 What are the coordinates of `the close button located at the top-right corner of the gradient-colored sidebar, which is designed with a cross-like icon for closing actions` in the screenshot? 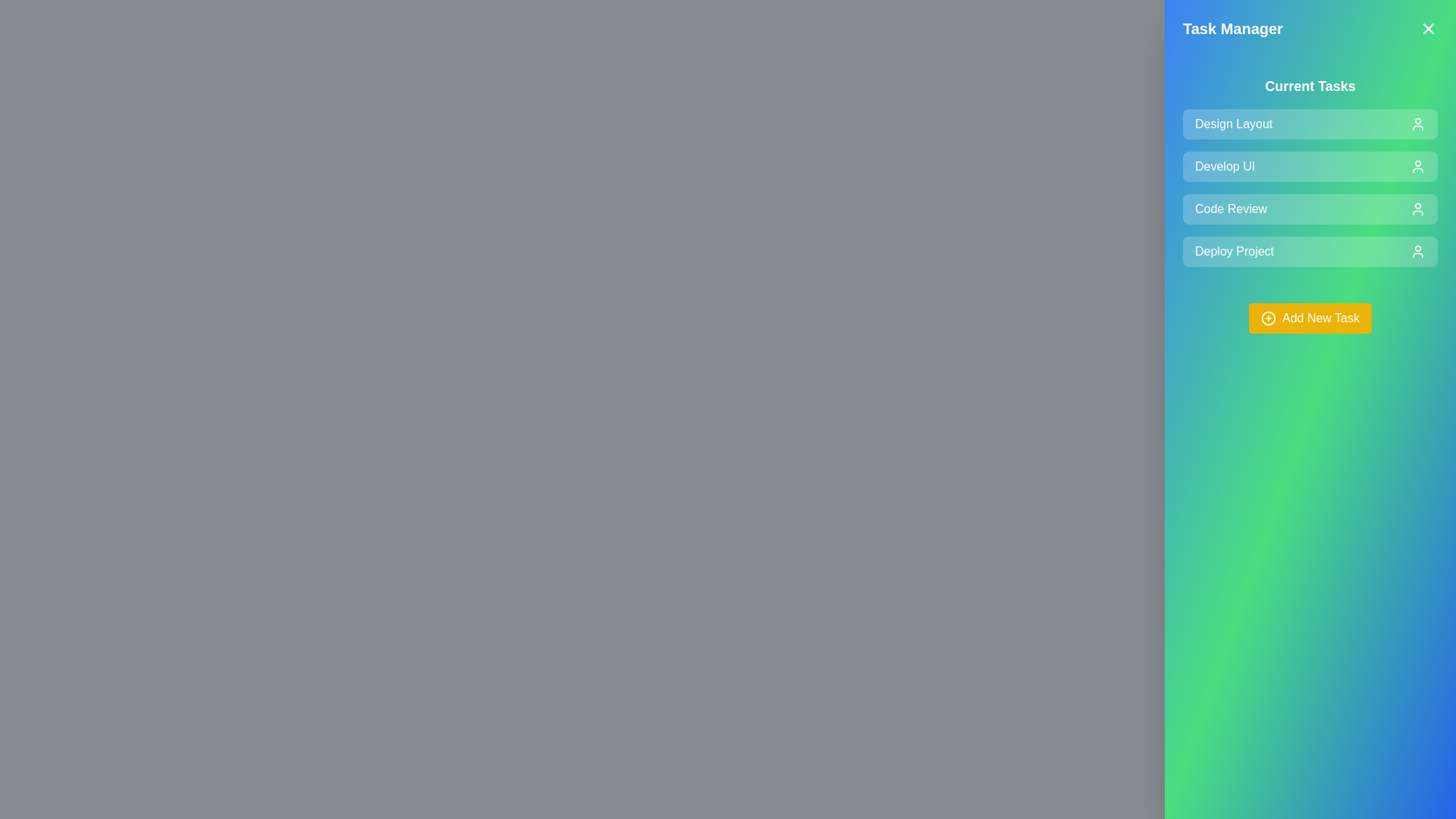 It's located at (1427, 29).